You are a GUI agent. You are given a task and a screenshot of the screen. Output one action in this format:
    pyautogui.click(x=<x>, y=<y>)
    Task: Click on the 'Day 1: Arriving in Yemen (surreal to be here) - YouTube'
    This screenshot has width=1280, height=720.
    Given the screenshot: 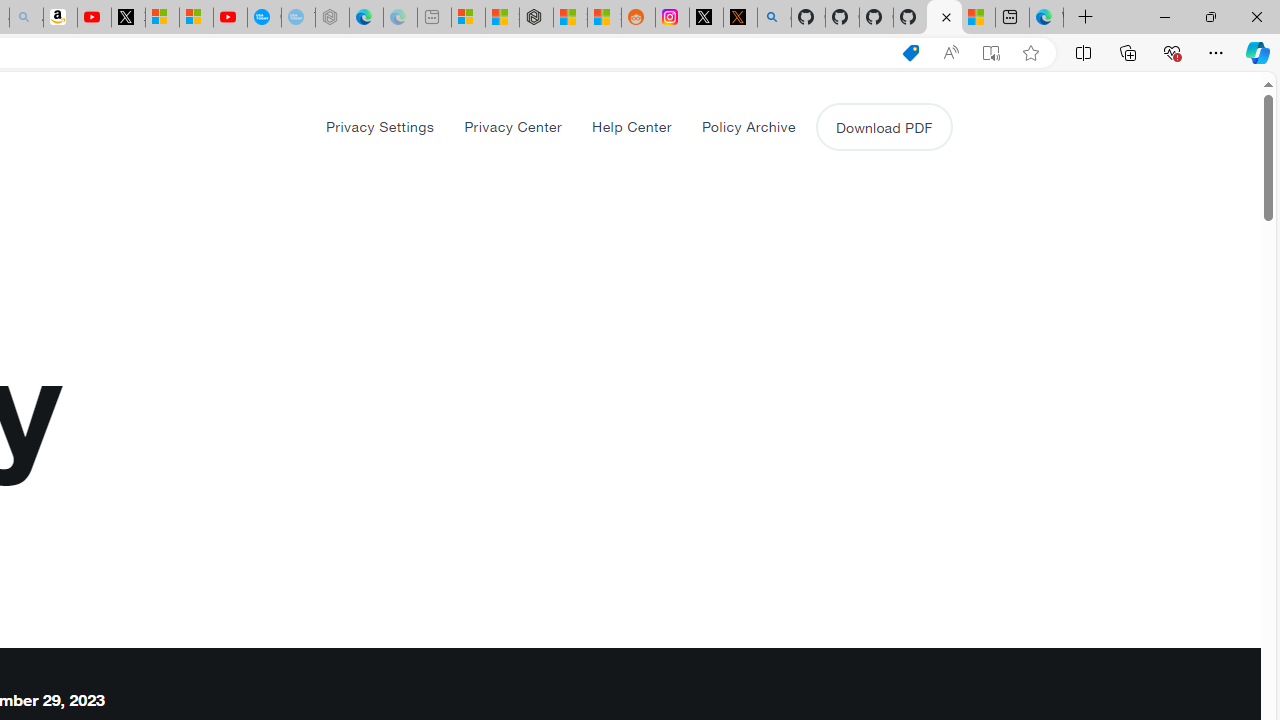 What is the action you would take?
    pyautogui.click(x=93, y=17)
    